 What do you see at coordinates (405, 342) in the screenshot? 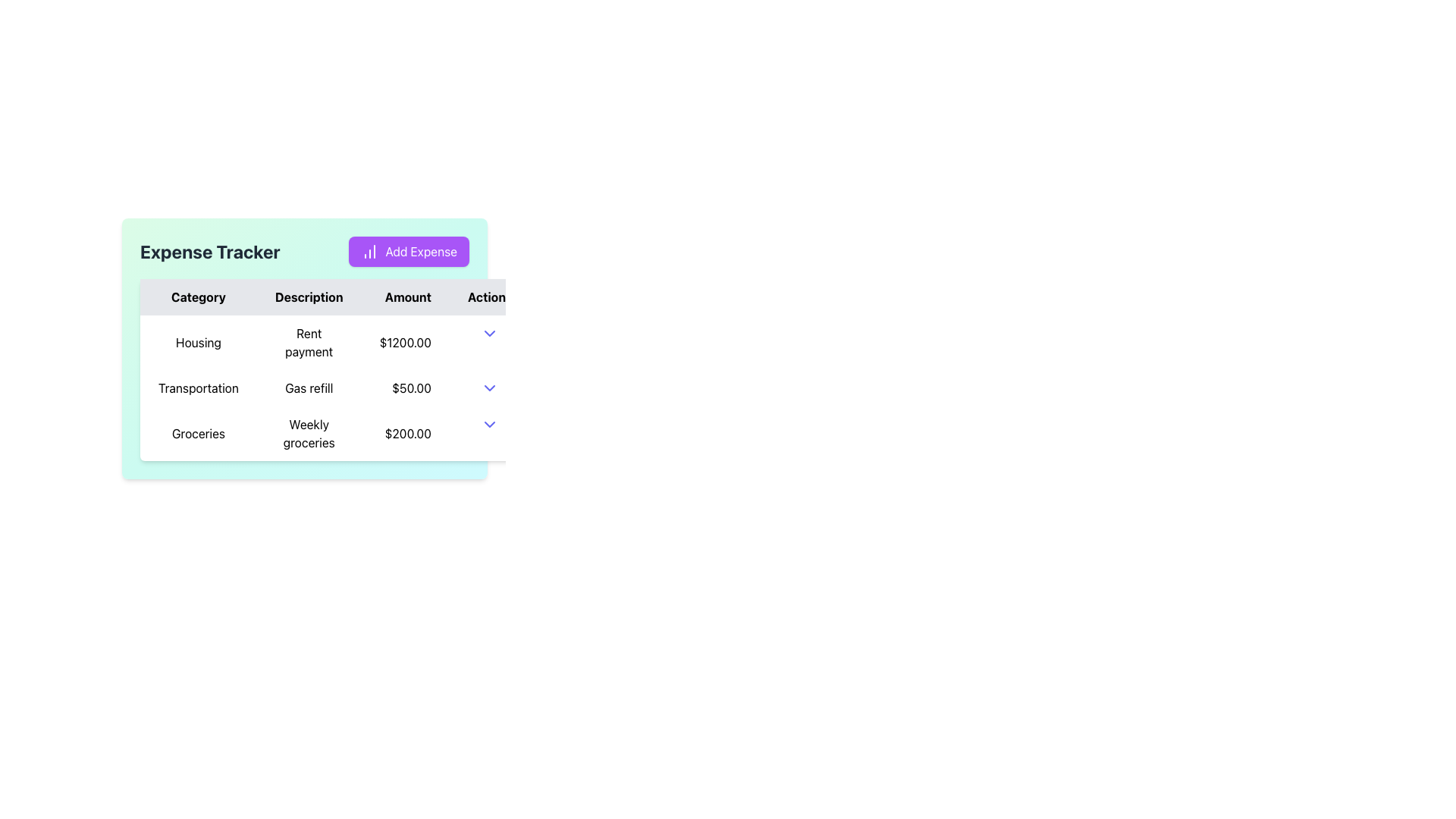
I see `the text display showing '$1200.00' in bold, black font, located in the 'Amount' column of the first row of the table layout` at bounding box center [405, 342].